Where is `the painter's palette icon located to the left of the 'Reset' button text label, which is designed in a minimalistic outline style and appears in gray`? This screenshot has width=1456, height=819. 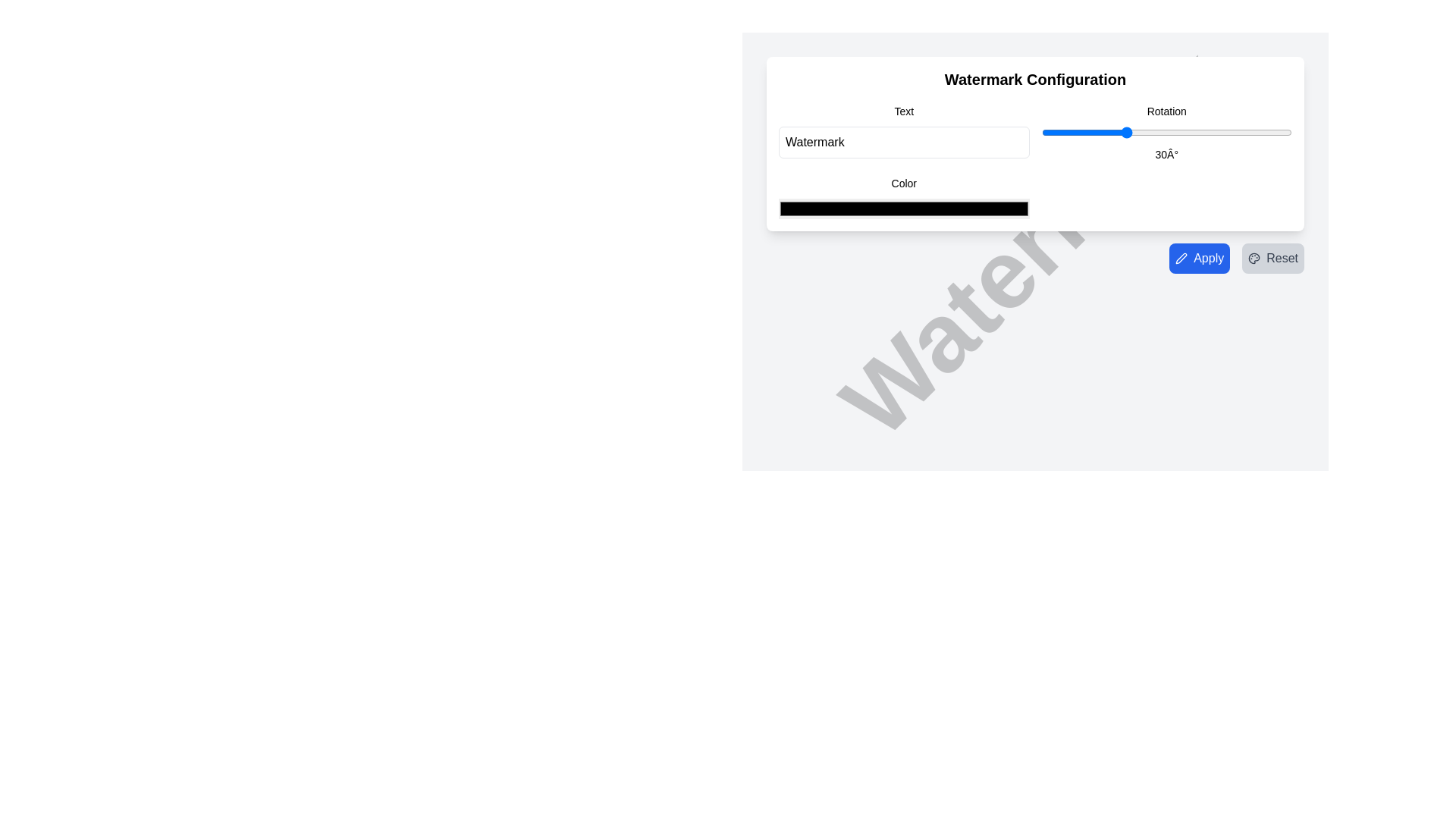
the painter's palette icon located to the left of the 'Reset' button text label, which is designed in a minimalistic outline style and appears in gray is located at coordinates (1254, 257).